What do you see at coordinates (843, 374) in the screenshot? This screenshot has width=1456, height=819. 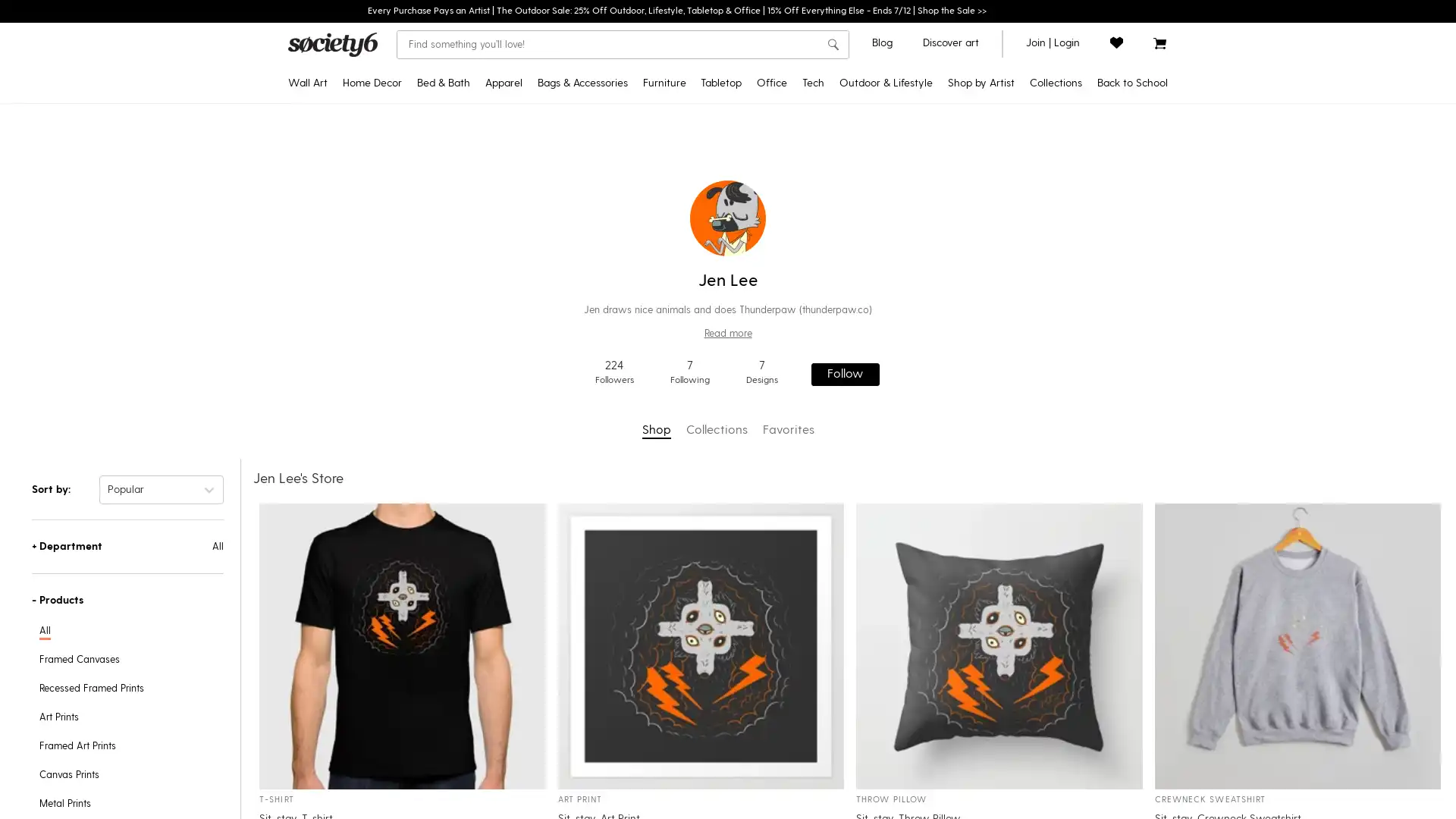 I see `Follow` at bounding box center [843, 374].